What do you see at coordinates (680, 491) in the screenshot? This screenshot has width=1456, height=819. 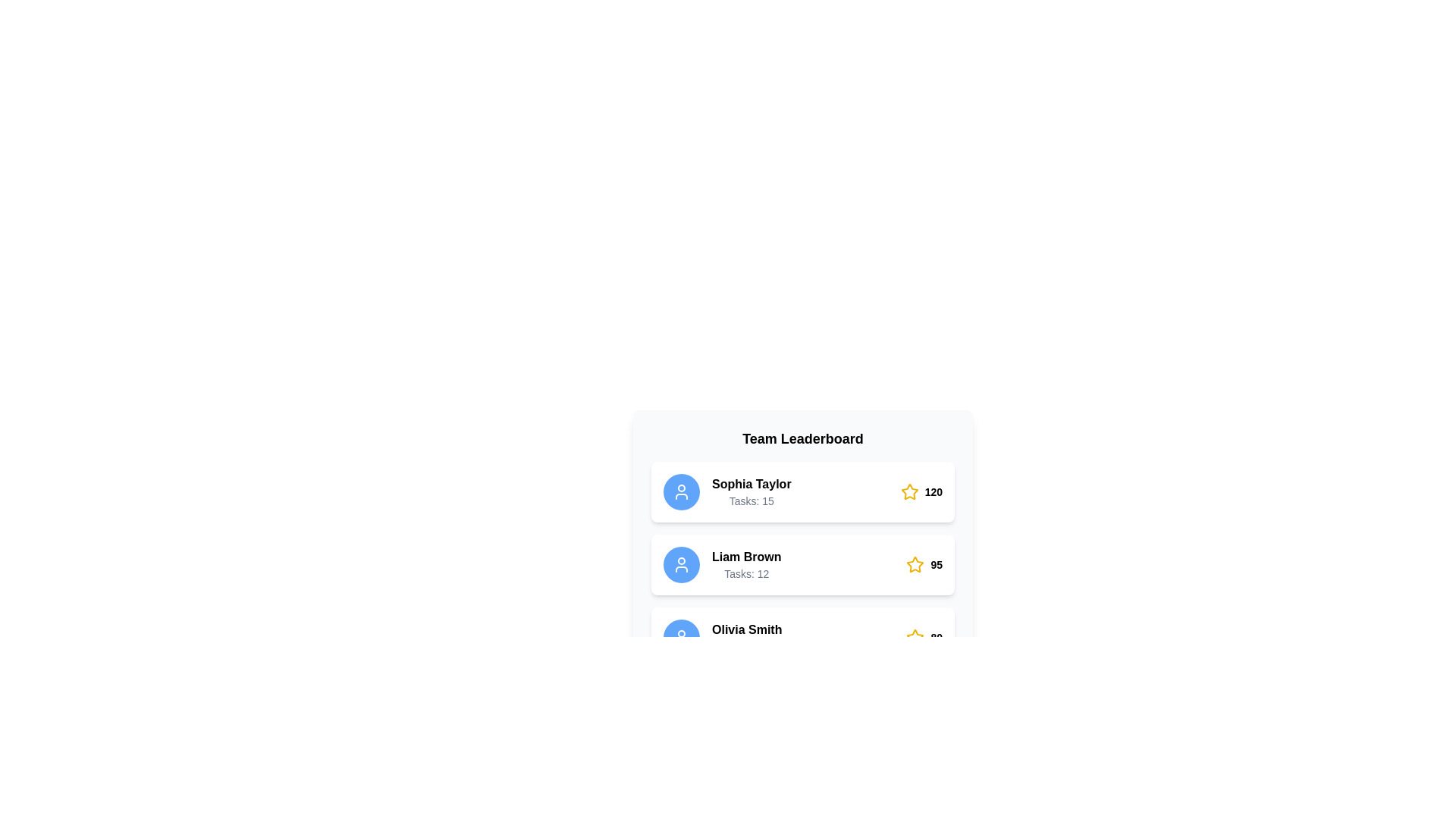 I see `the Profile Icon representing the user 'Sophia Taylor' in the leaderboard, which is positioned to the left of the text 'Sophia Taylor' and 'Tasks: 15'` at bounding box center [680, 491].